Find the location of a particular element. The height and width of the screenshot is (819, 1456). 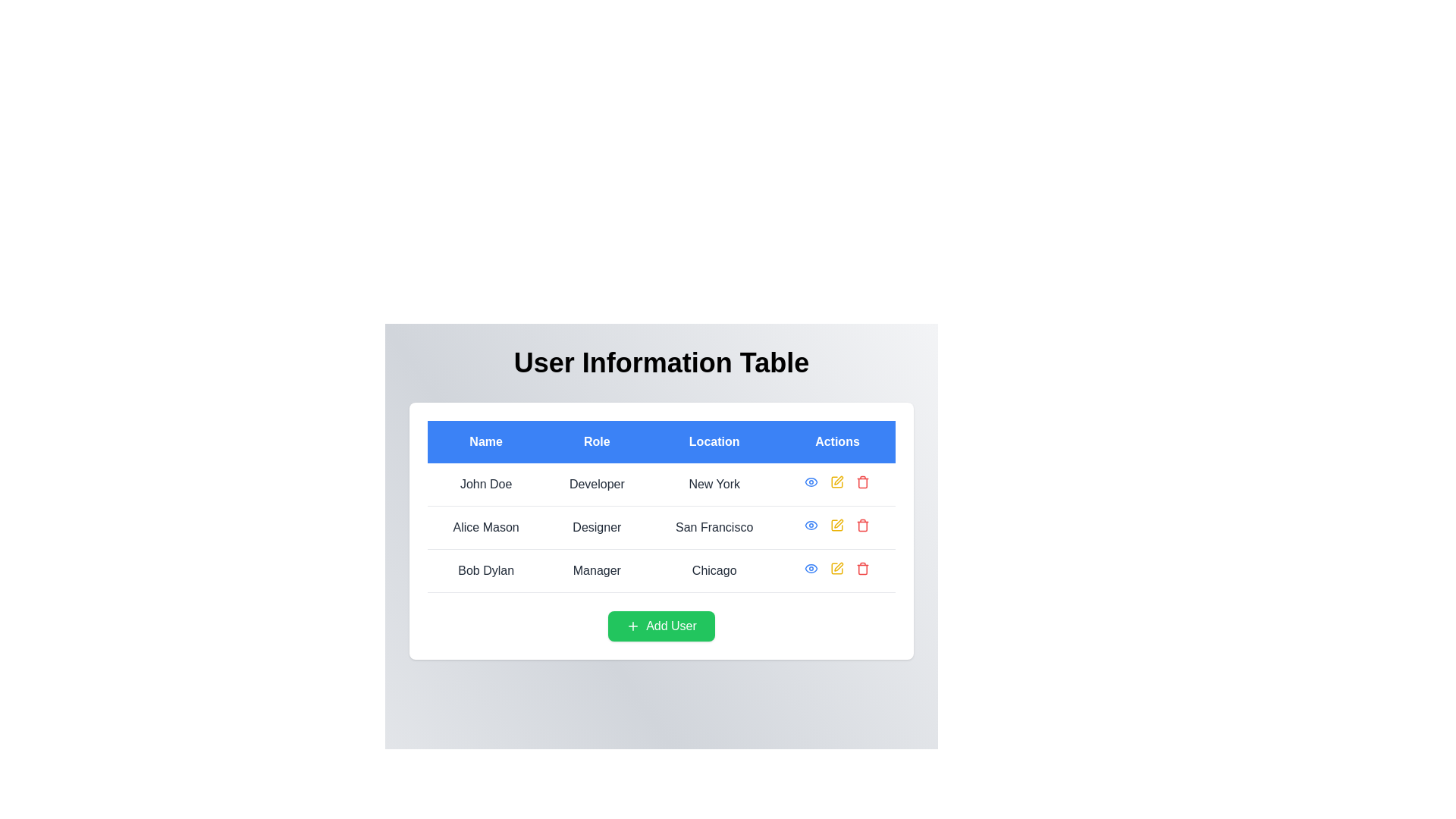

the non-interactive text label indicating the location associated with the person or item listed in the table, located in the third column of the first data row under the 'Location' header is located at coordinates (714, 485).